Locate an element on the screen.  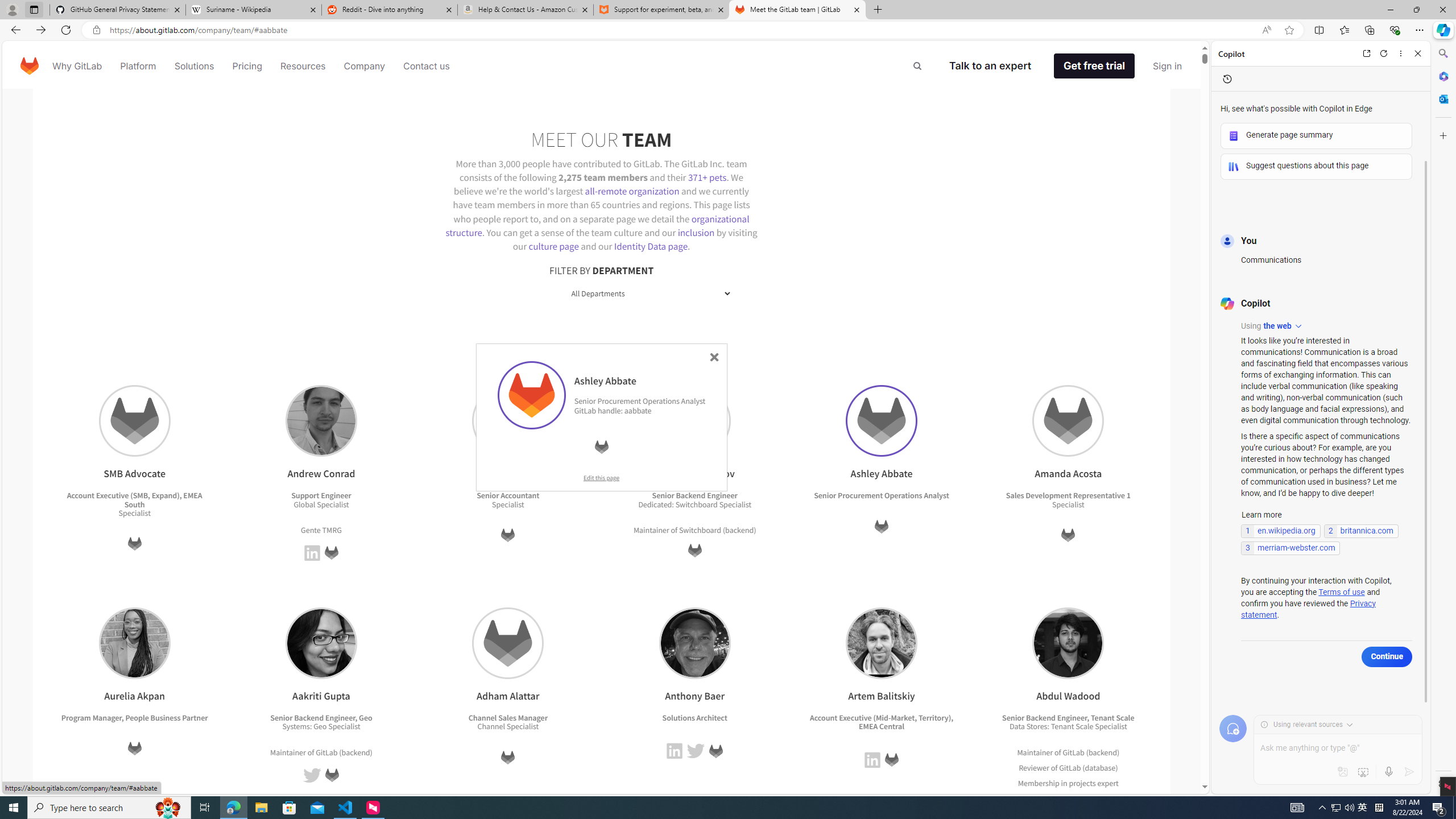
'Resources' is located at coordinates (302, 65).